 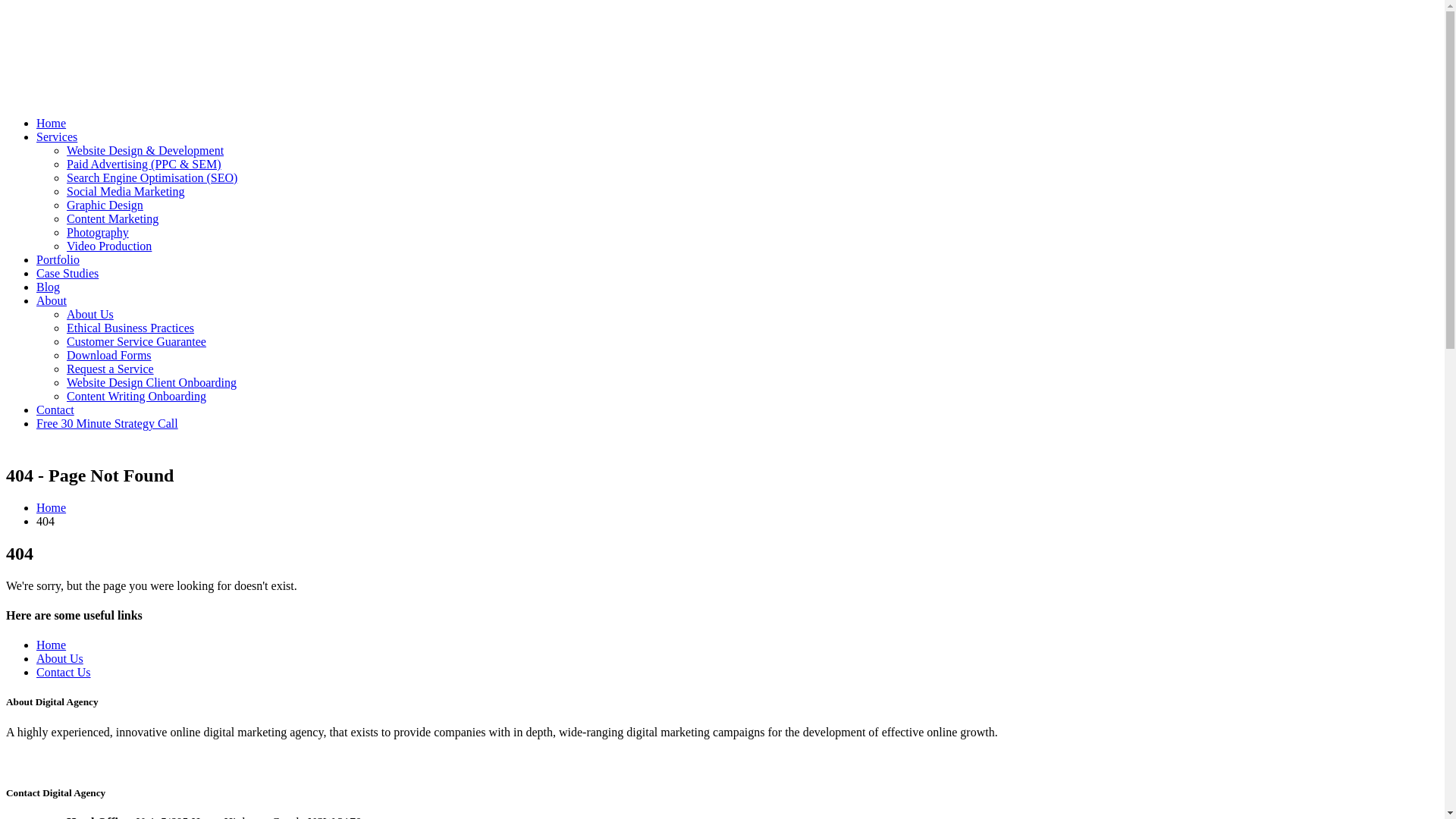 I want to click on 'Home', so click(x=36, y=507).